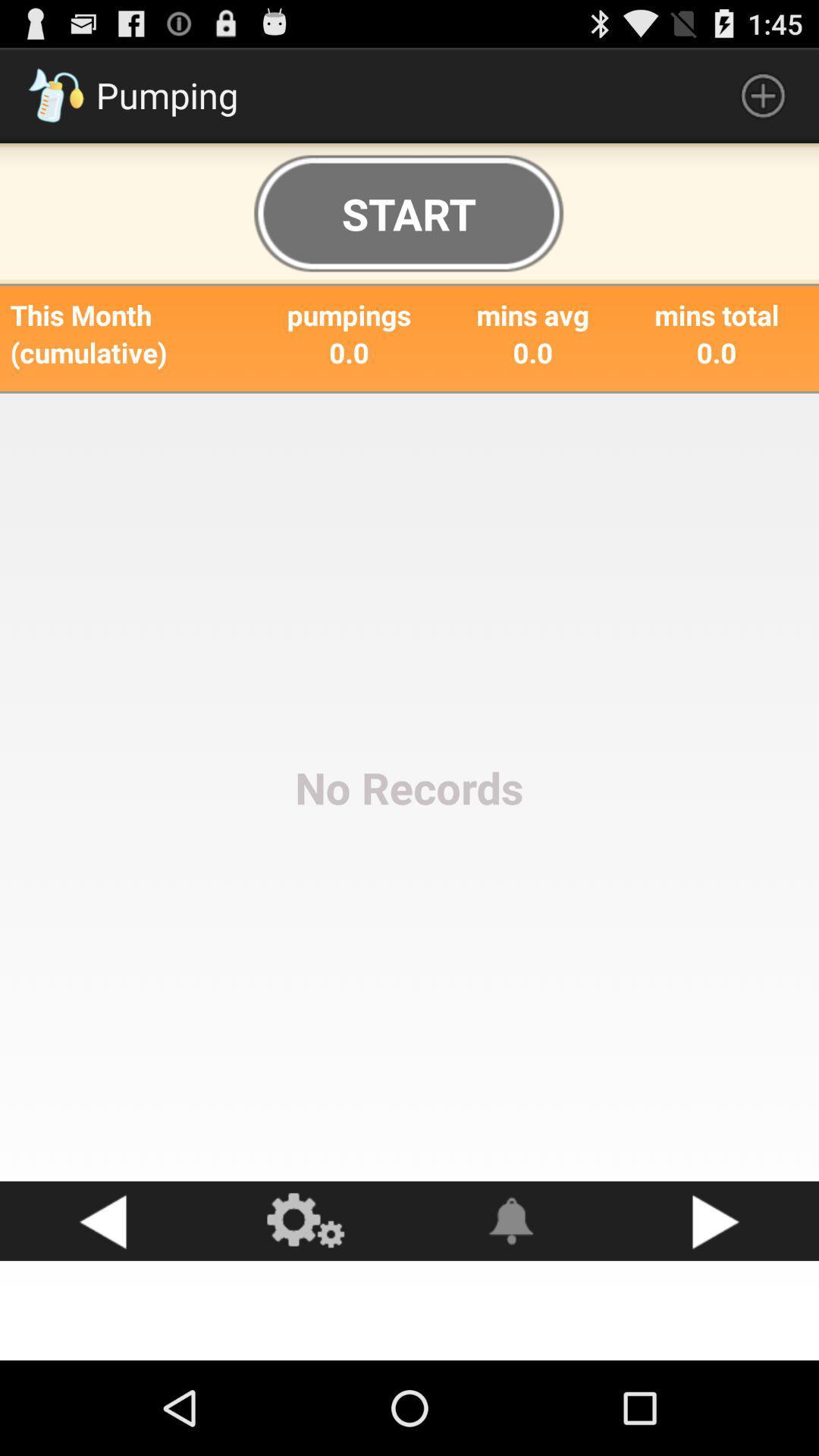 Image resolution: width=819 pixels, height=1456 pixels. Describe the element at coordinates (307, 1221) in the screenshot. I see `the app below the no records icon` at that location.